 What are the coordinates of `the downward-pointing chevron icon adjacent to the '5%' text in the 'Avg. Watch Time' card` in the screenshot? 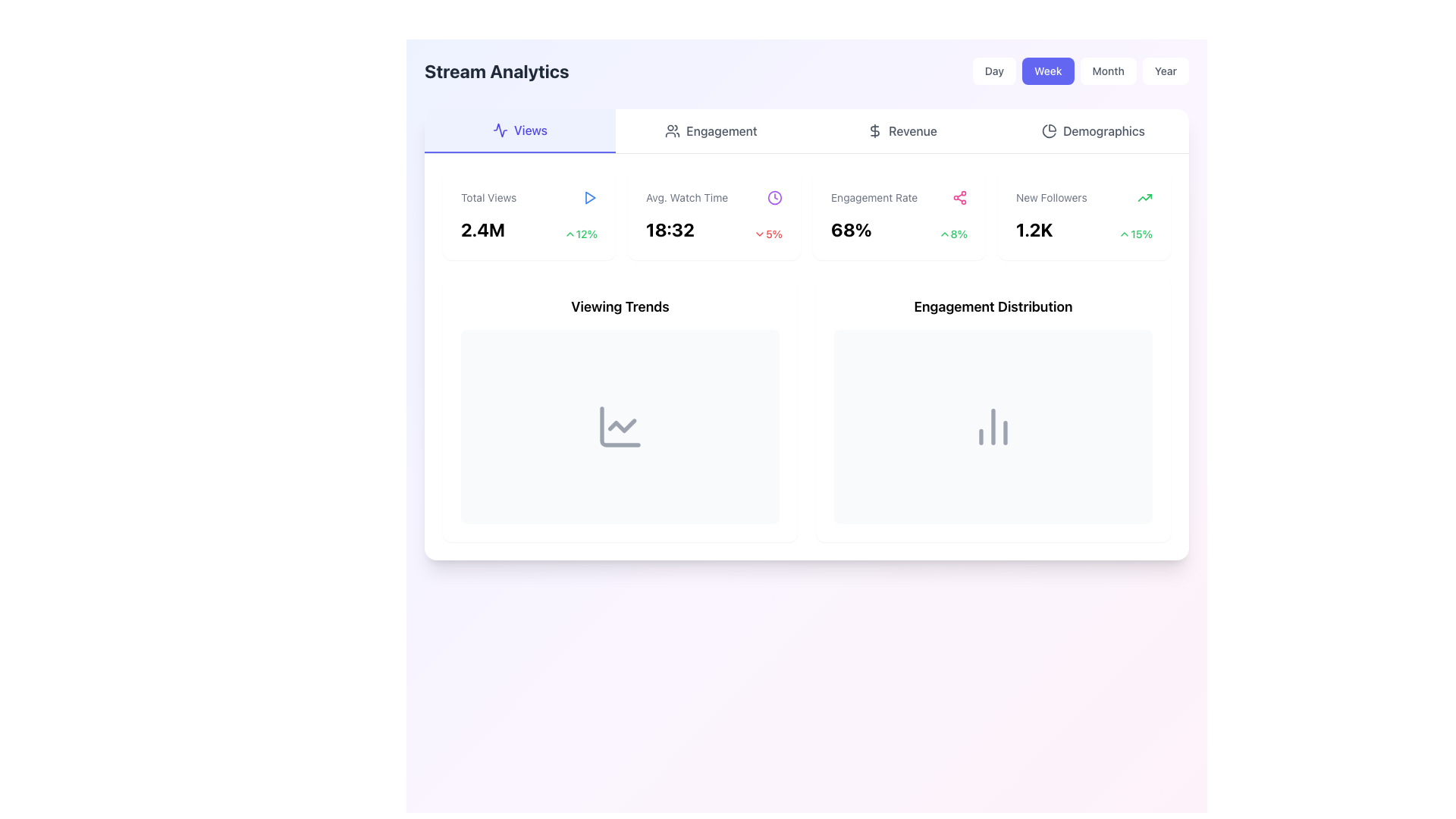 It's located at (759, 234).